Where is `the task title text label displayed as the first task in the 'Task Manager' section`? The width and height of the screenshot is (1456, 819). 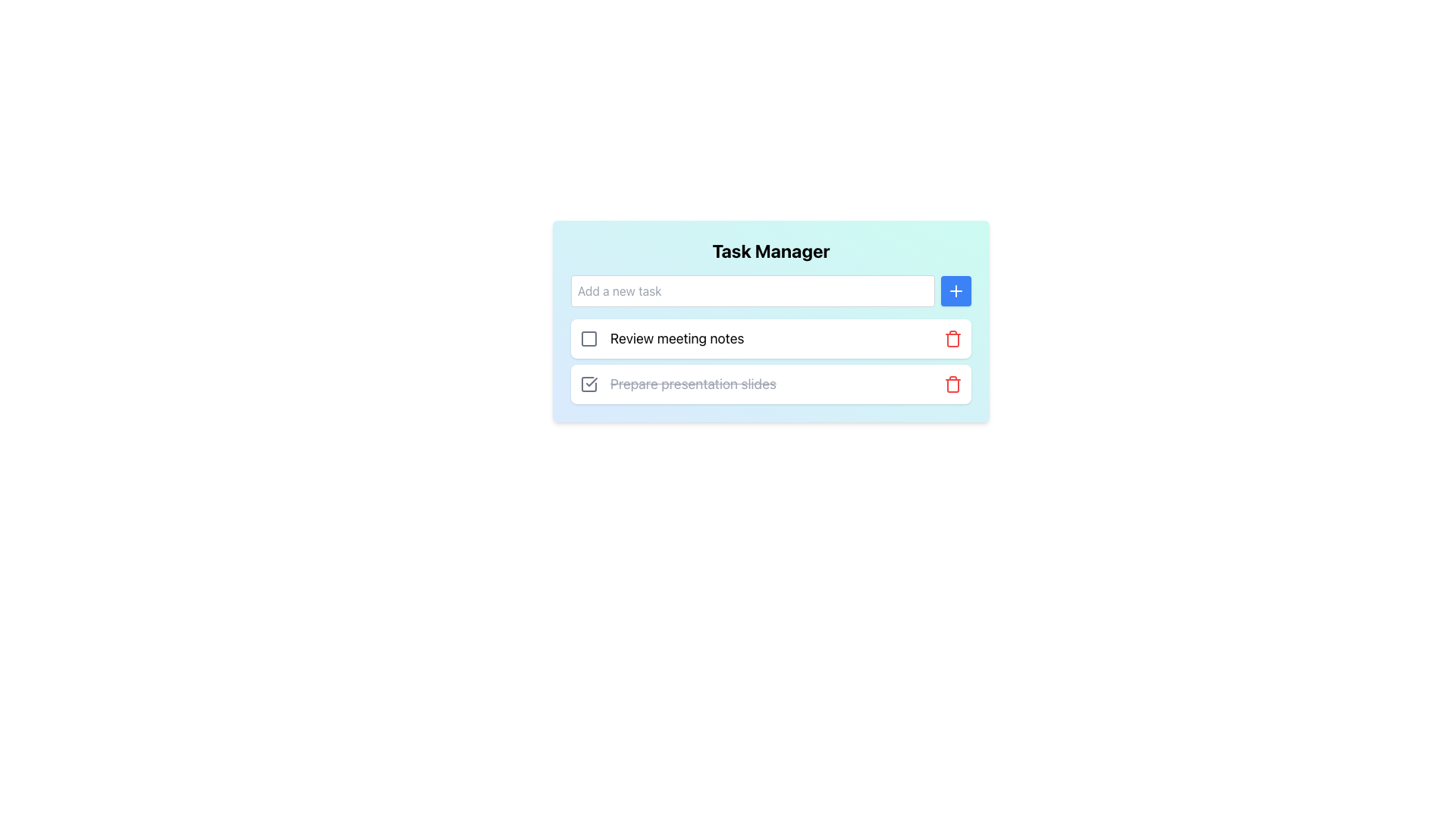
the task title text label displayed as the first task in the 'Task Manager' section is located at coordinates (662, 338).